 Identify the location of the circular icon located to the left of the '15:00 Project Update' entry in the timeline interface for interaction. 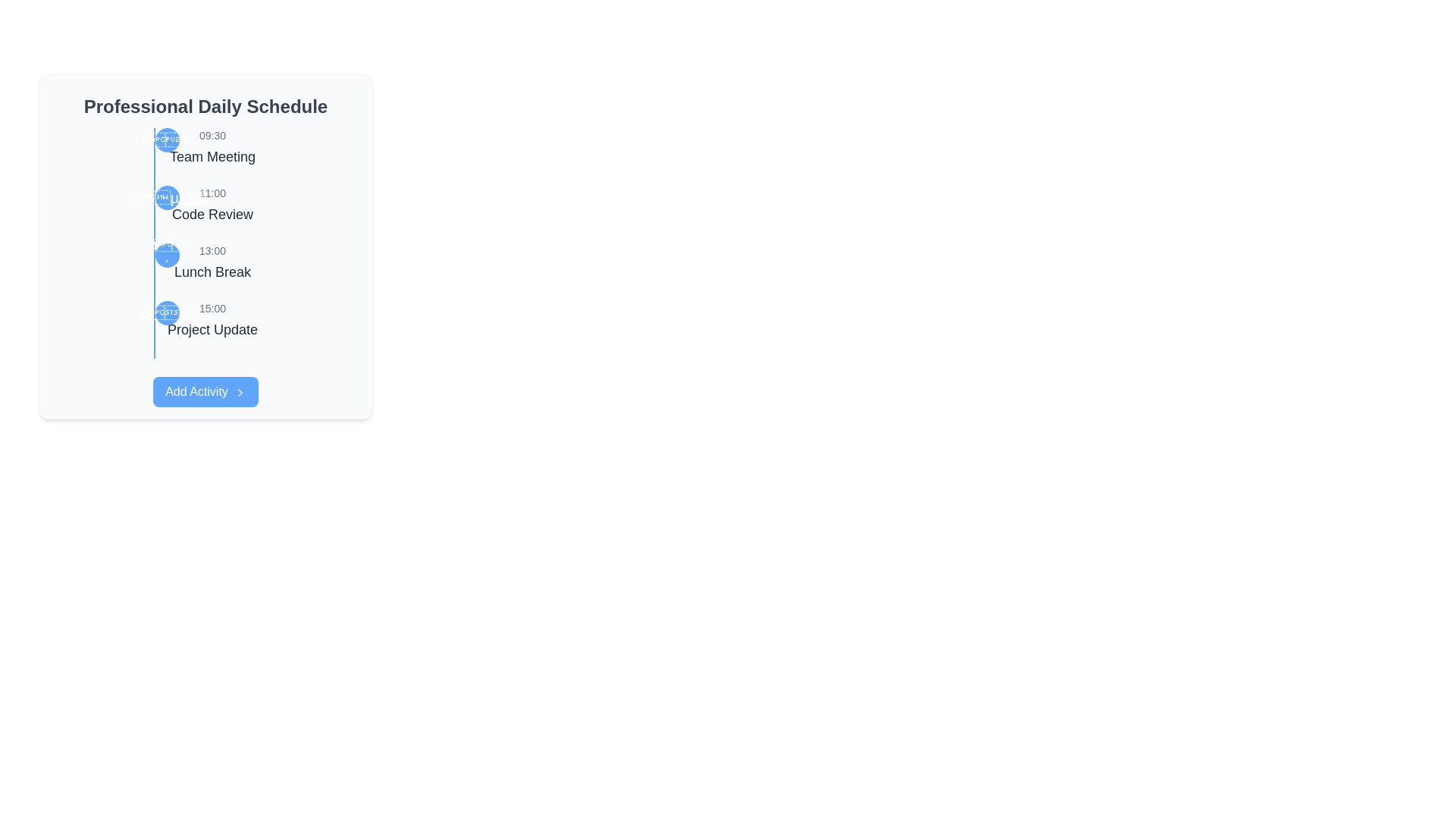
(167, 312).